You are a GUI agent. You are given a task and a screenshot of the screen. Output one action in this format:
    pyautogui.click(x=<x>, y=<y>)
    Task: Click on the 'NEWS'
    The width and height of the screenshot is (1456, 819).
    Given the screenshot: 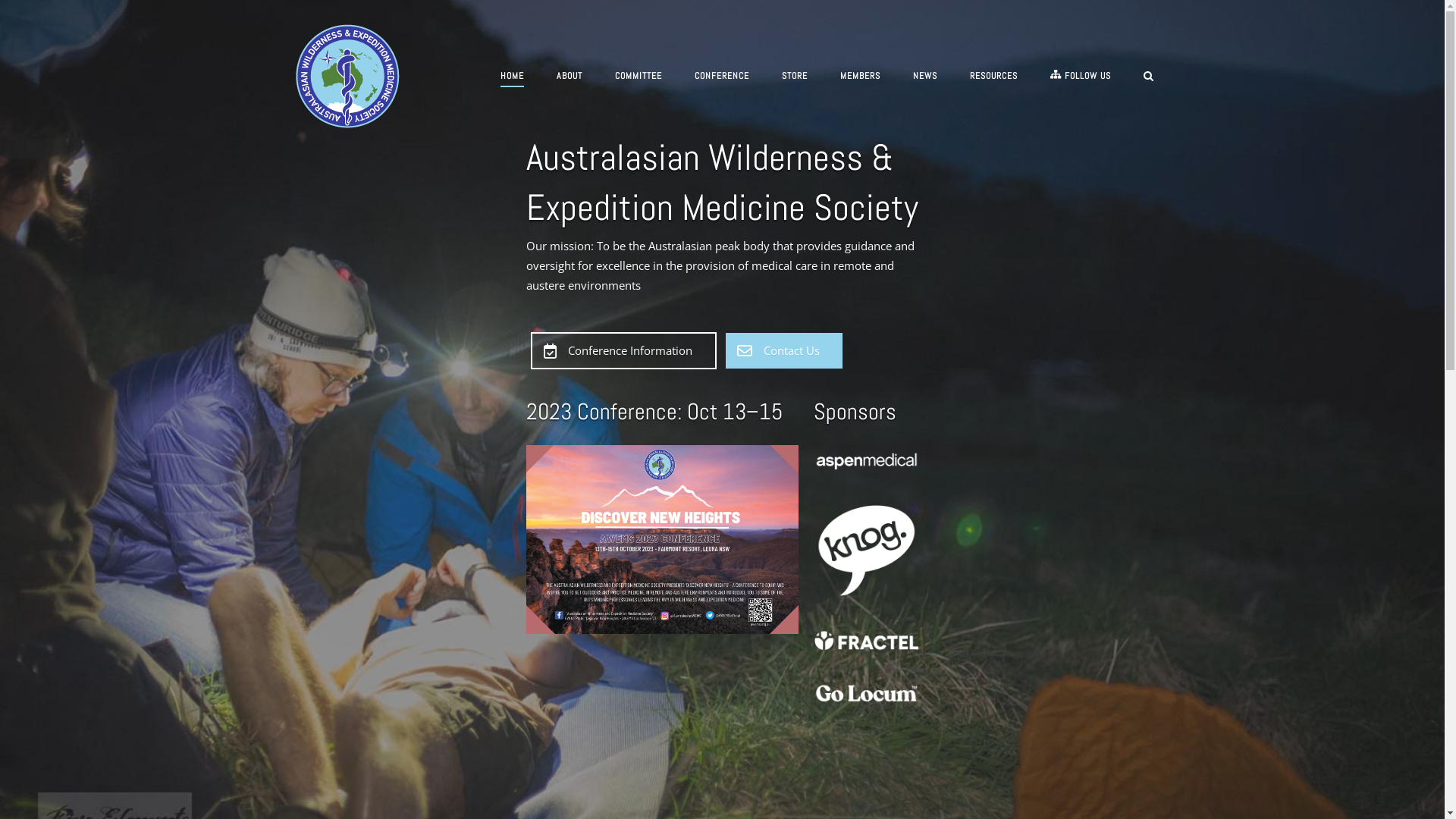 What is the action you would take?
    pyautogui.click(x=924, y=78)
    